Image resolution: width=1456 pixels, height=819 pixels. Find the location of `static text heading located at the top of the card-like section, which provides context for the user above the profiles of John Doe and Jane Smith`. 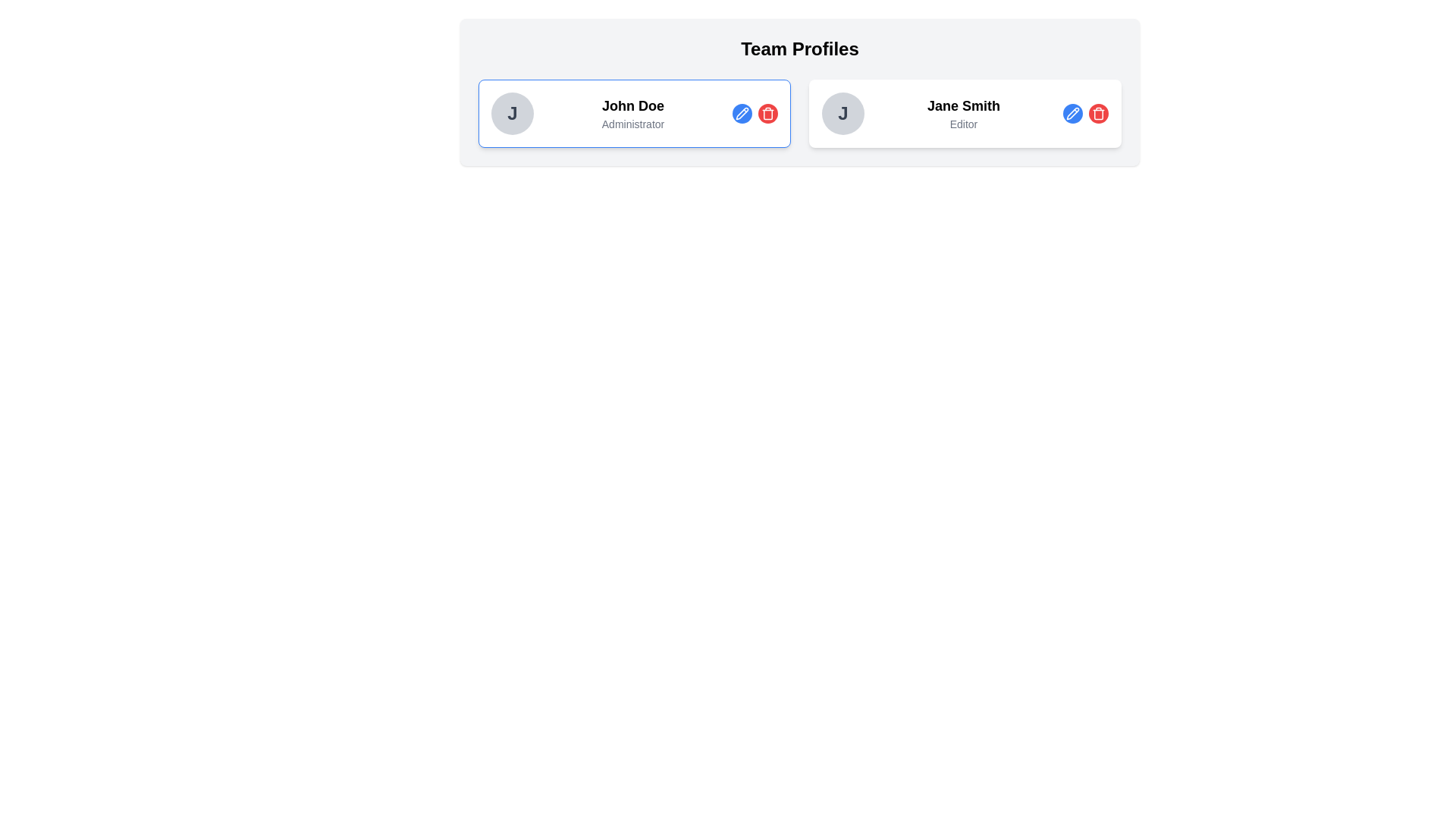

static text heading located at the top of the card-like section, which provides context for the user above the profiles of John Doe and Jane Smith is located at coordinates (799, 49).